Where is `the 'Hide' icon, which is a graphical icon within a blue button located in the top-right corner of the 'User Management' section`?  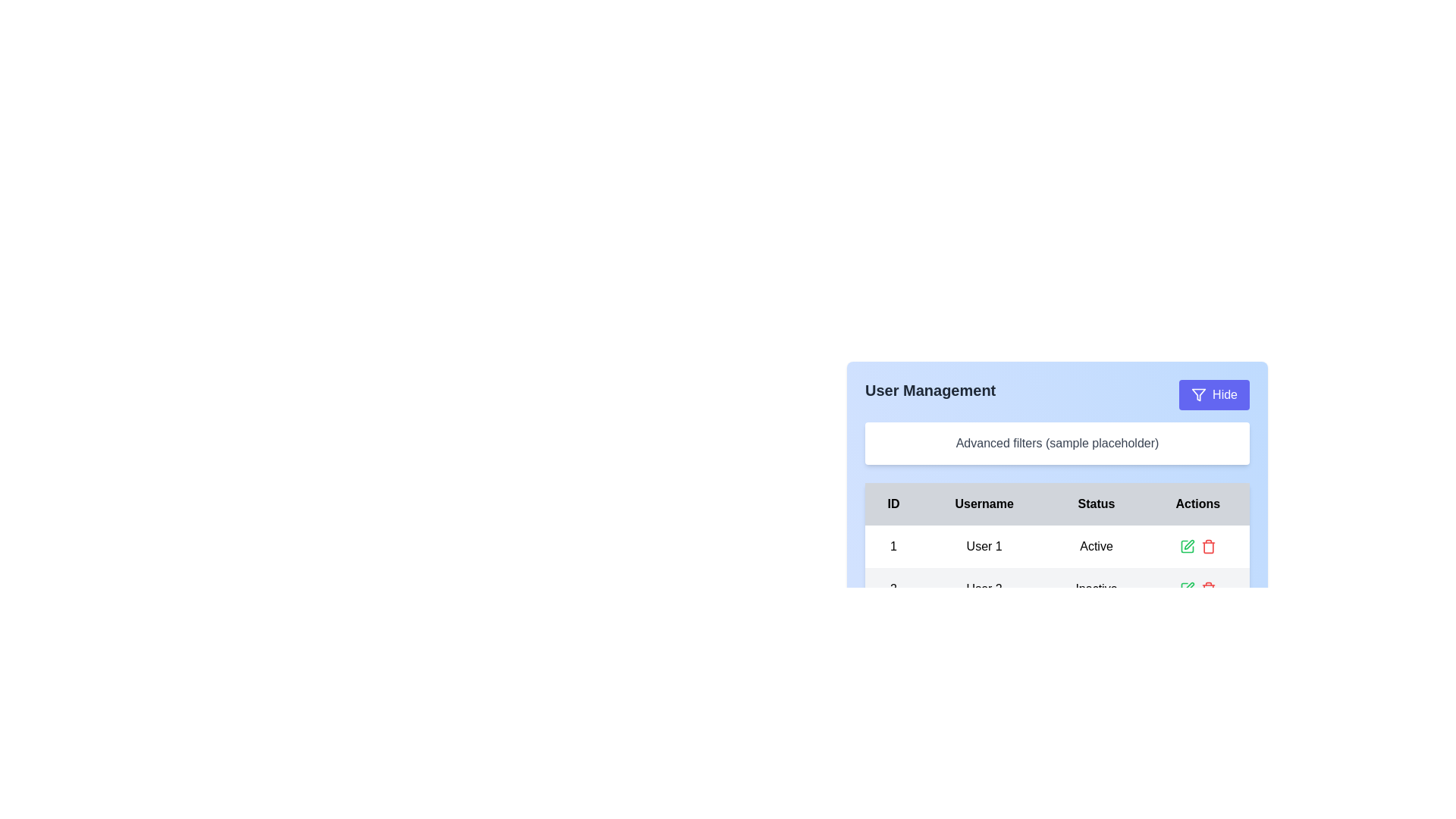
the 'Hide' icon, which is a graphical icon within a blue button located in the top-right corner of the 'User Management' section is located at coordinates (1198, 394).